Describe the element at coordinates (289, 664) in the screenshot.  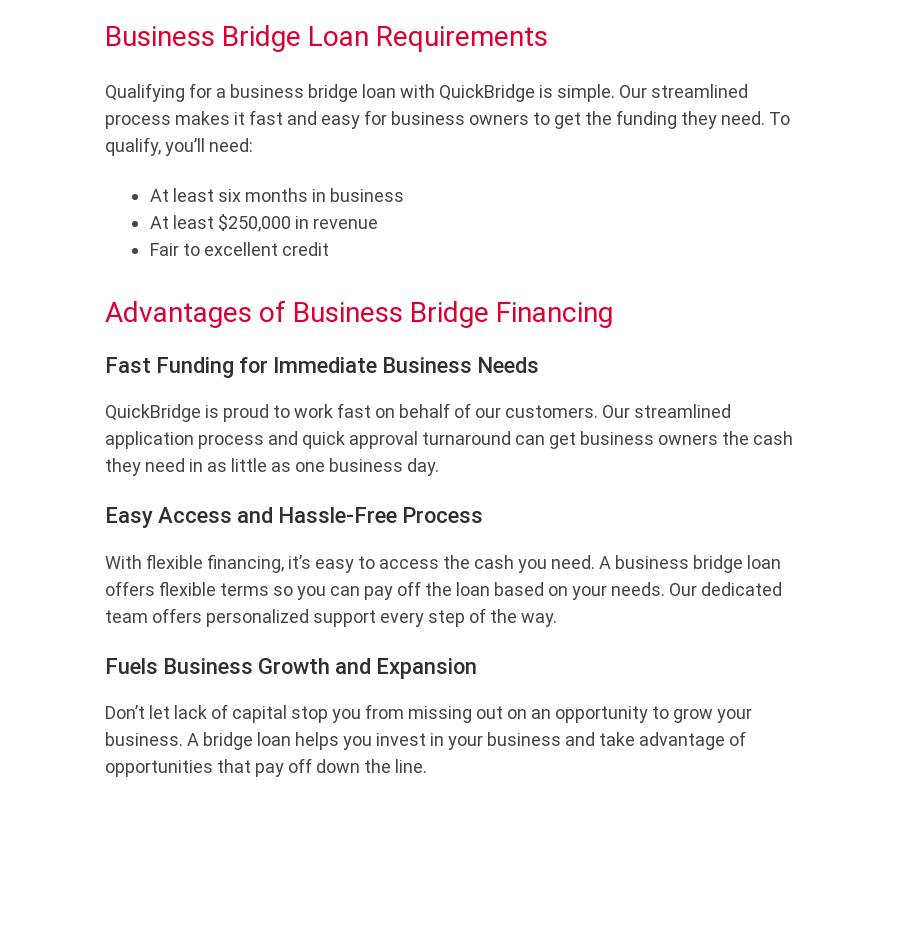
I see `'Fuels Business Growth and Expansion'` at that location.